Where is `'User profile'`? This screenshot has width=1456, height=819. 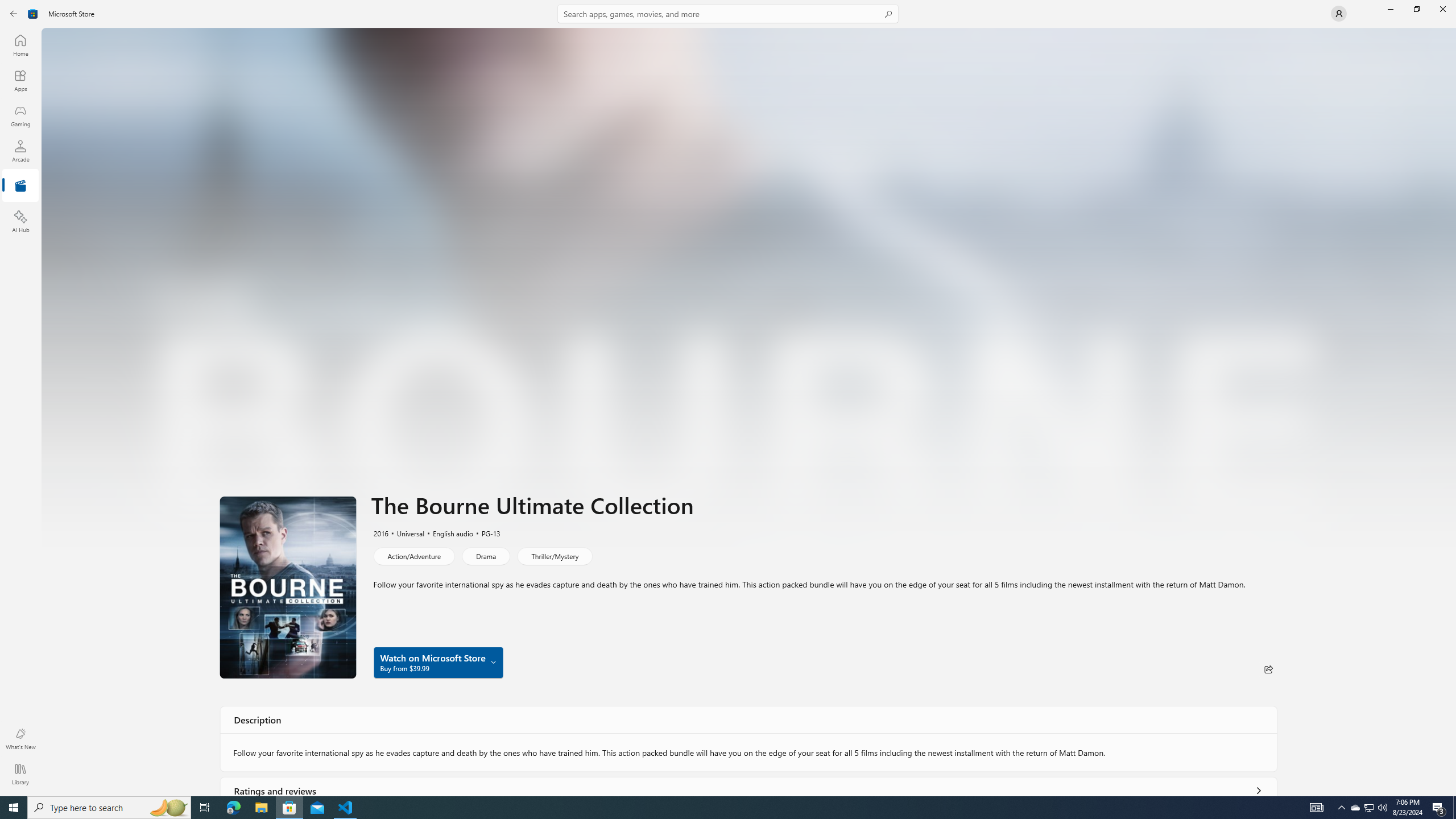
'User profile' is located at coordinates (1338, 13).